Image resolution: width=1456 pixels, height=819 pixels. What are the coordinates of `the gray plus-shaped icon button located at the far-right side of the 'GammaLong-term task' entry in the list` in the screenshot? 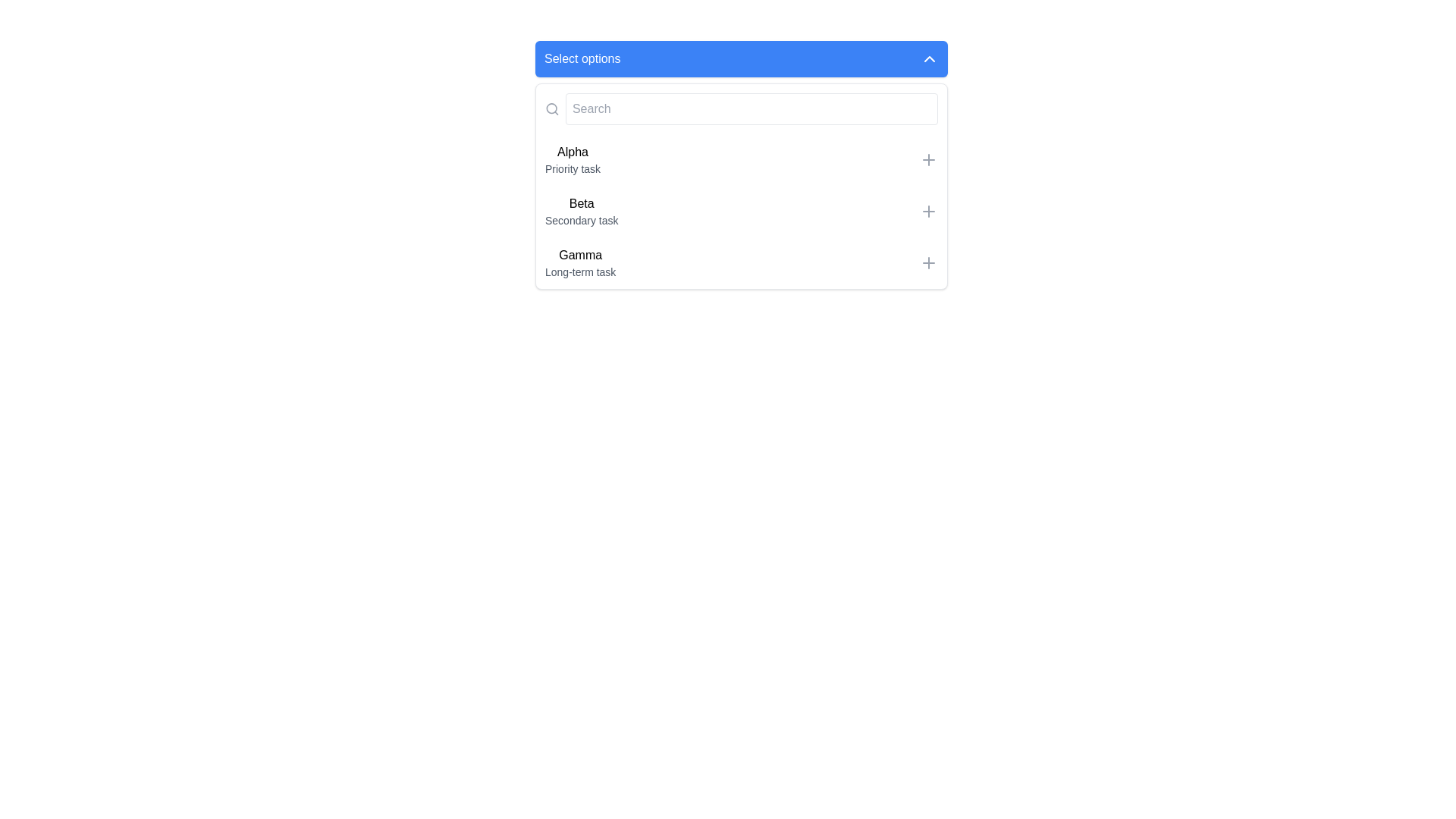 It's located at (927, 262).